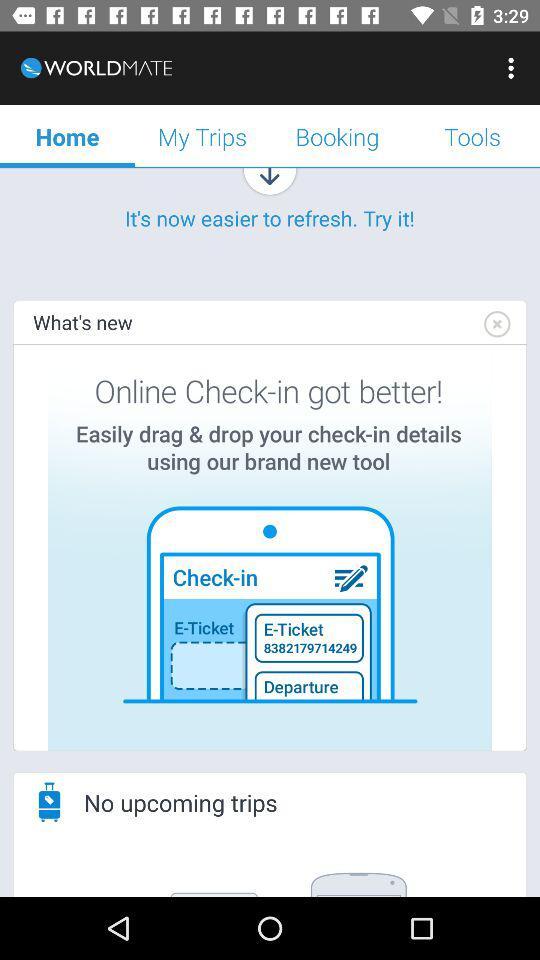 This screenshot has height=960, width=540. What do you see at coordinates (495, 324) in the screenshot?
I see `close` at bounding box center [495, 324].